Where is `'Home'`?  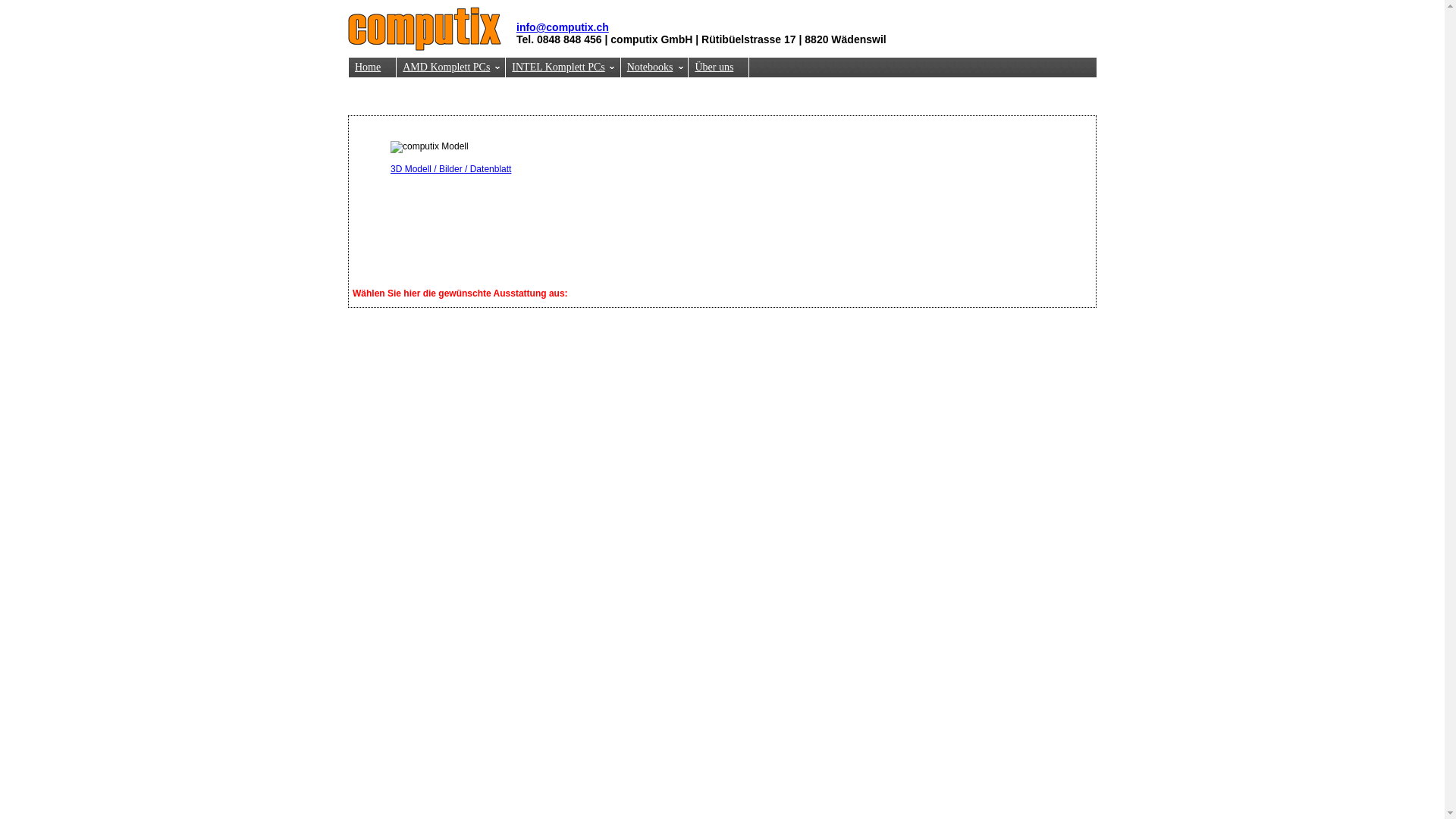
'Home' is located at coordinates (372, 66).